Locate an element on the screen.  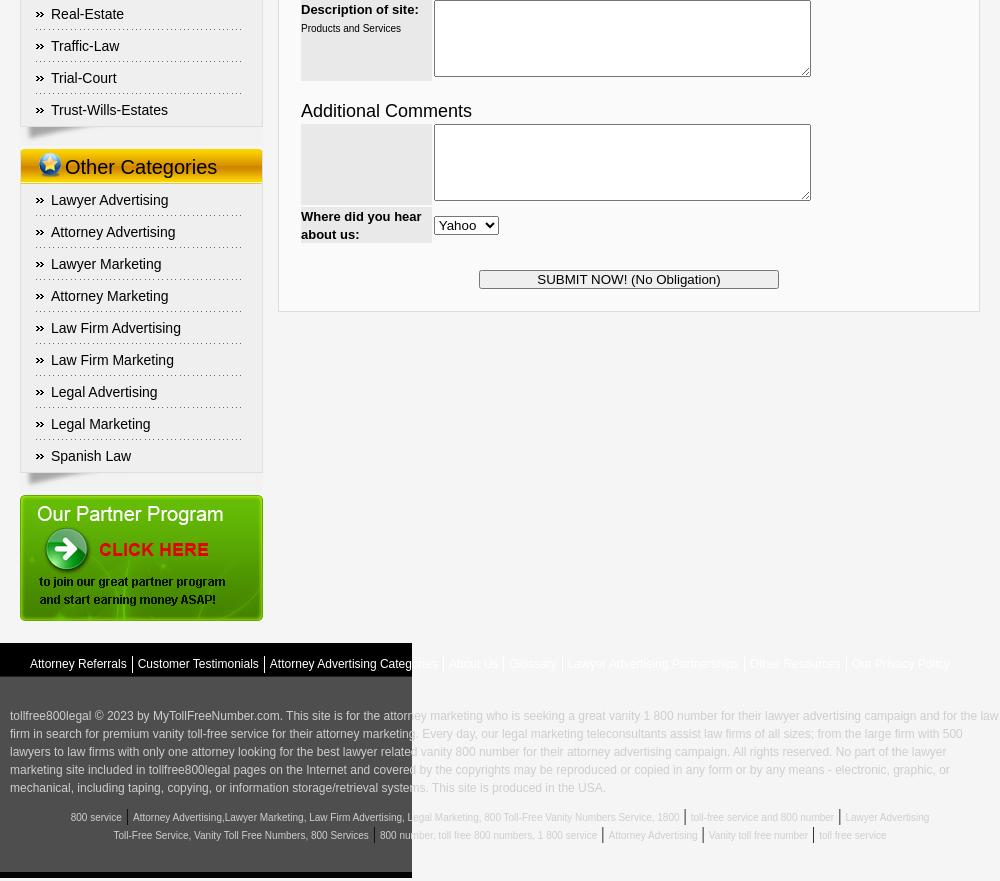
'who is seeking a great vanity 1 800 number for their' is located at coordinates (622, 715).